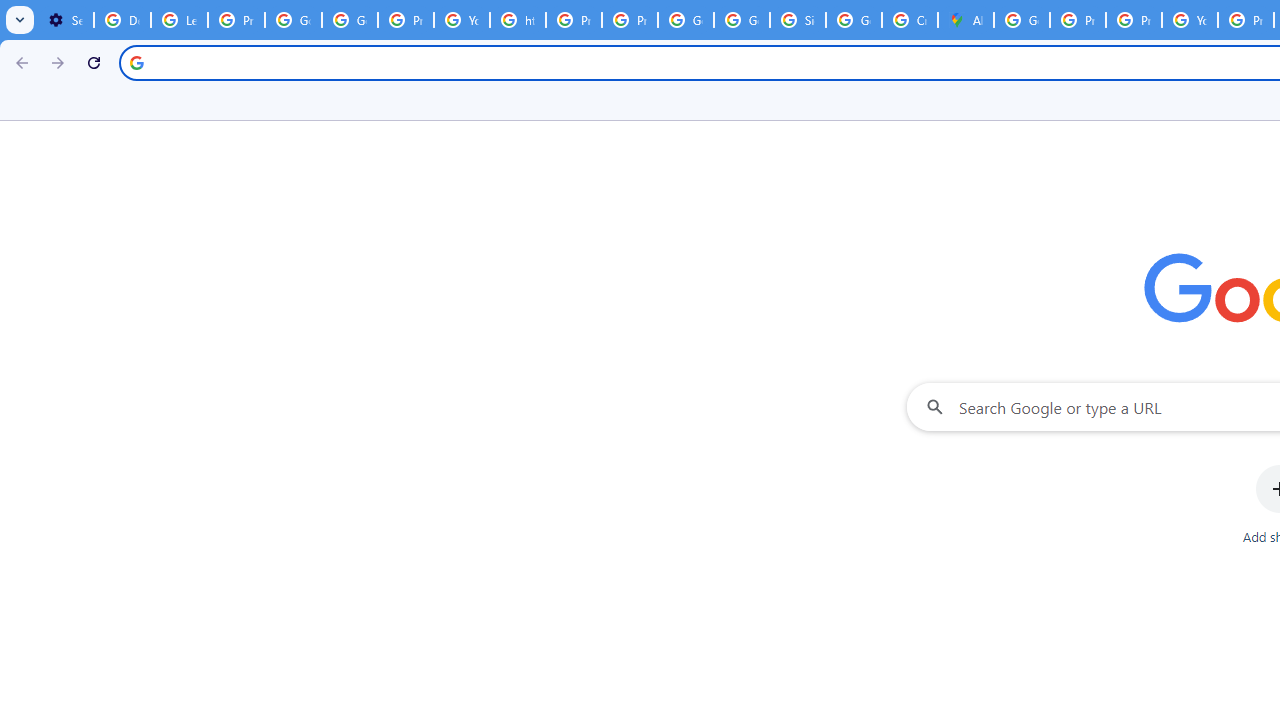  I want to click on 'YouTube', so click(461, 20).